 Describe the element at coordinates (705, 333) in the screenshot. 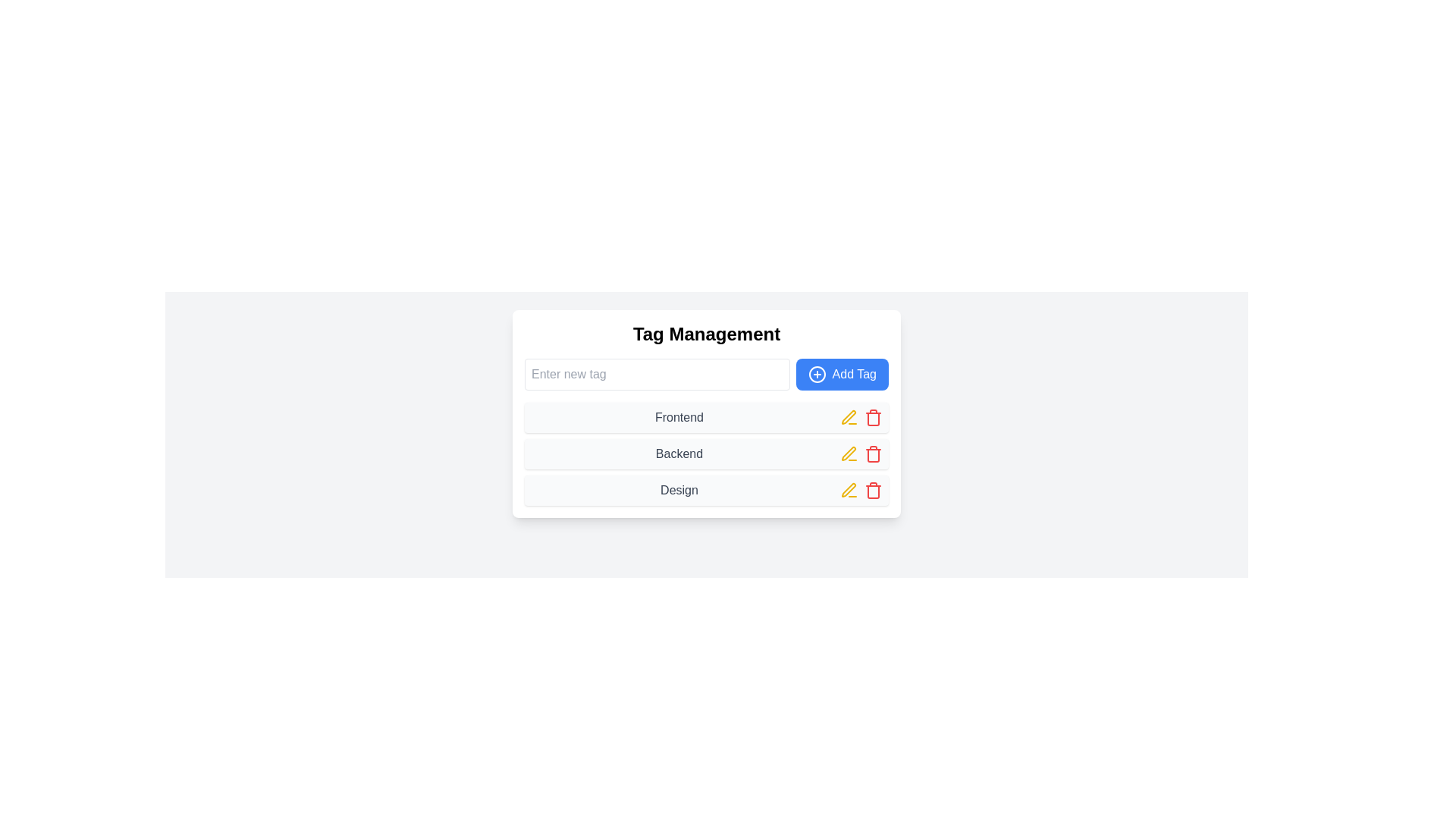

I see `the title text 'Tag Management' which is styled in a larger and bold font, located at the top of a card-like interface with rounded corners` at that location.